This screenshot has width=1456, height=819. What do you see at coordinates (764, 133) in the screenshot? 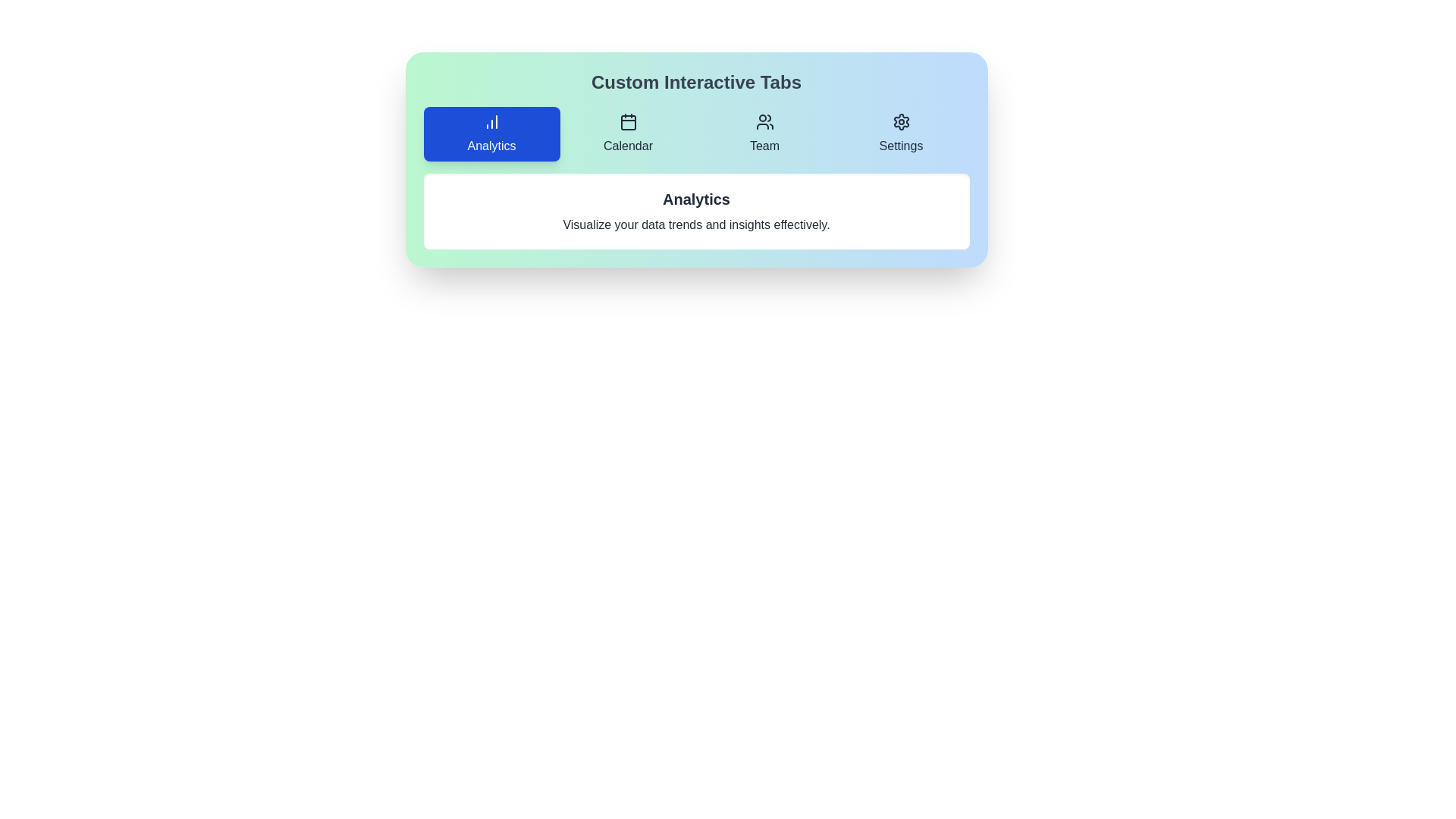
I see `the 'Team' button which features an icon of a group of people and a text label reading 'Team'` at bounding box center [764, 133].